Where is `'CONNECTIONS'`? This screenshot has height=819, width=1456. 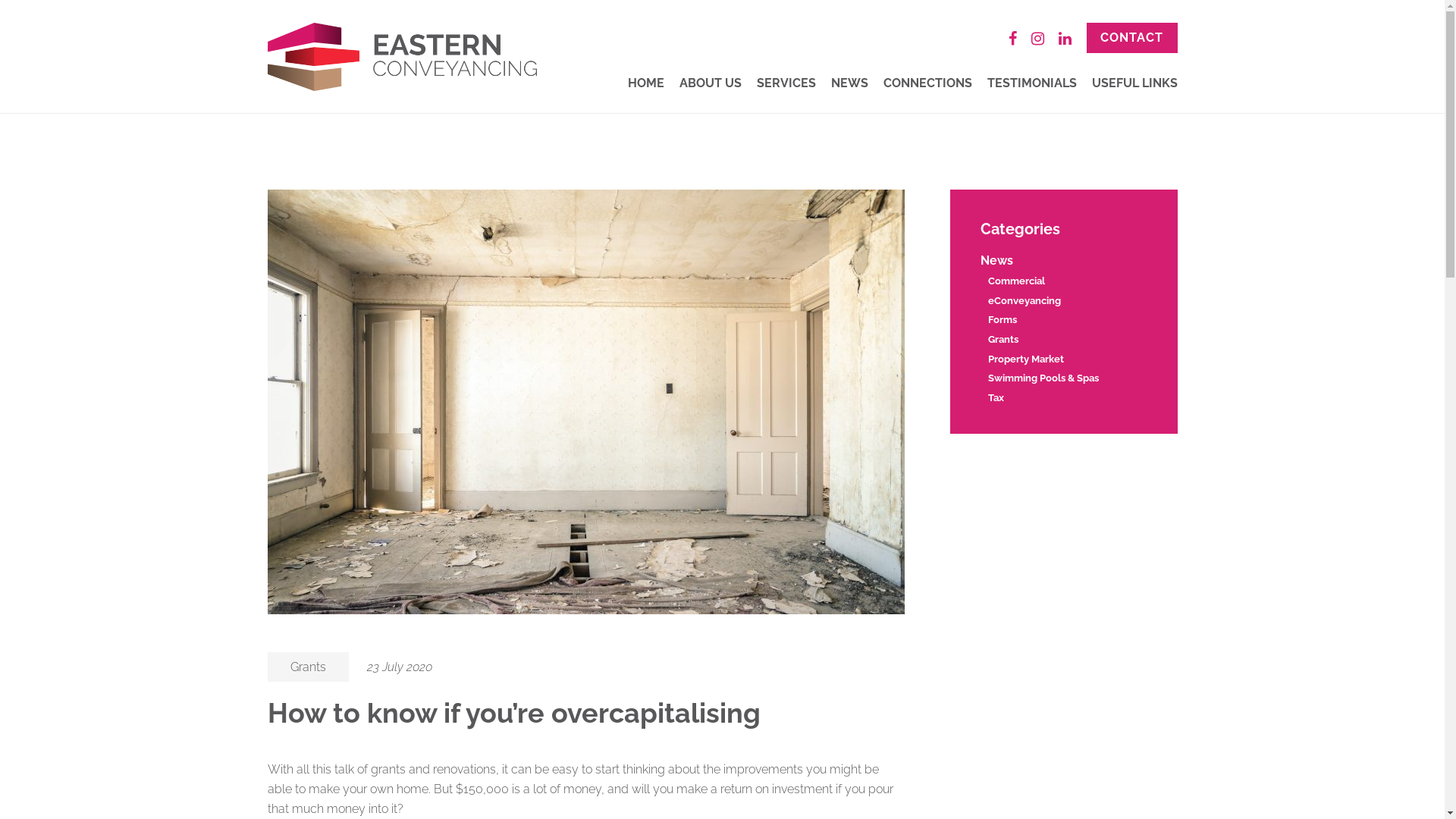 'CONNECTIONS' is located at coordinates (882, 83).